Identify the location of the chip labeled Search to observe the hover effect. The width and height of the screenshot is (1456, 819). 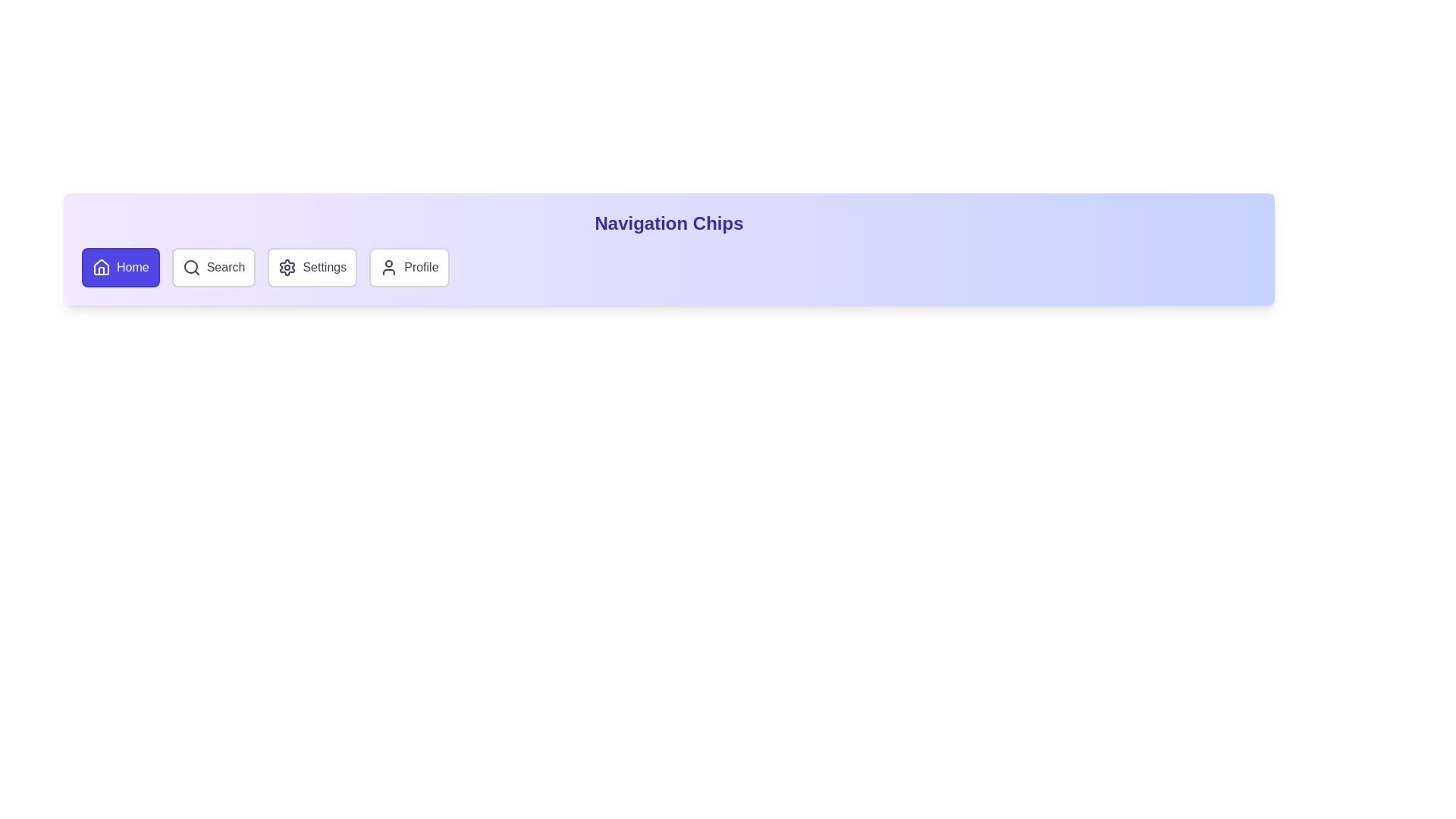
(213, 267).